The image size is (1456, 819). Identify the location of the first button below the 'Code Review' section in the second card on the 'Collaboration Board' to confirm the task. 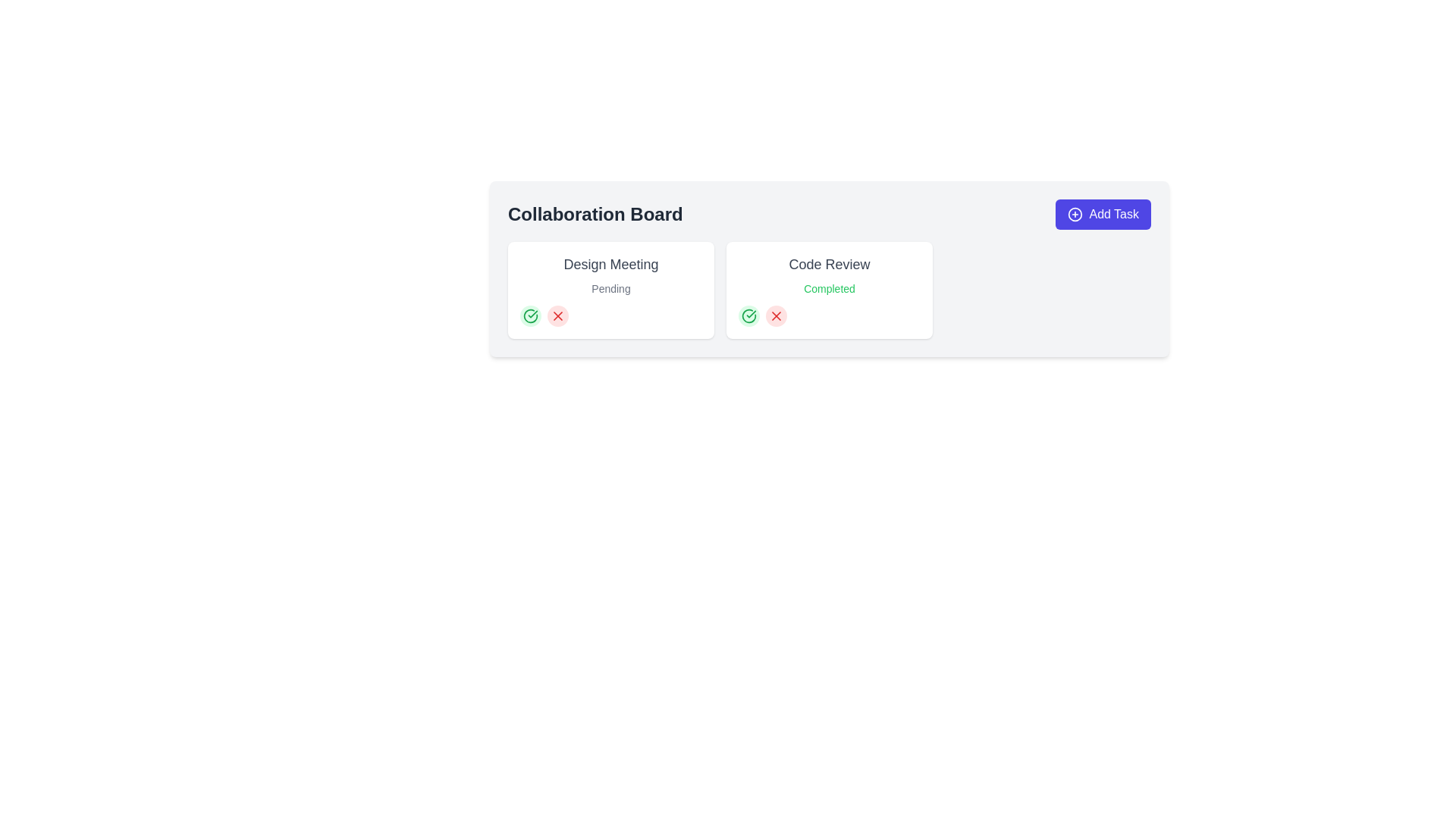
(749, 315).